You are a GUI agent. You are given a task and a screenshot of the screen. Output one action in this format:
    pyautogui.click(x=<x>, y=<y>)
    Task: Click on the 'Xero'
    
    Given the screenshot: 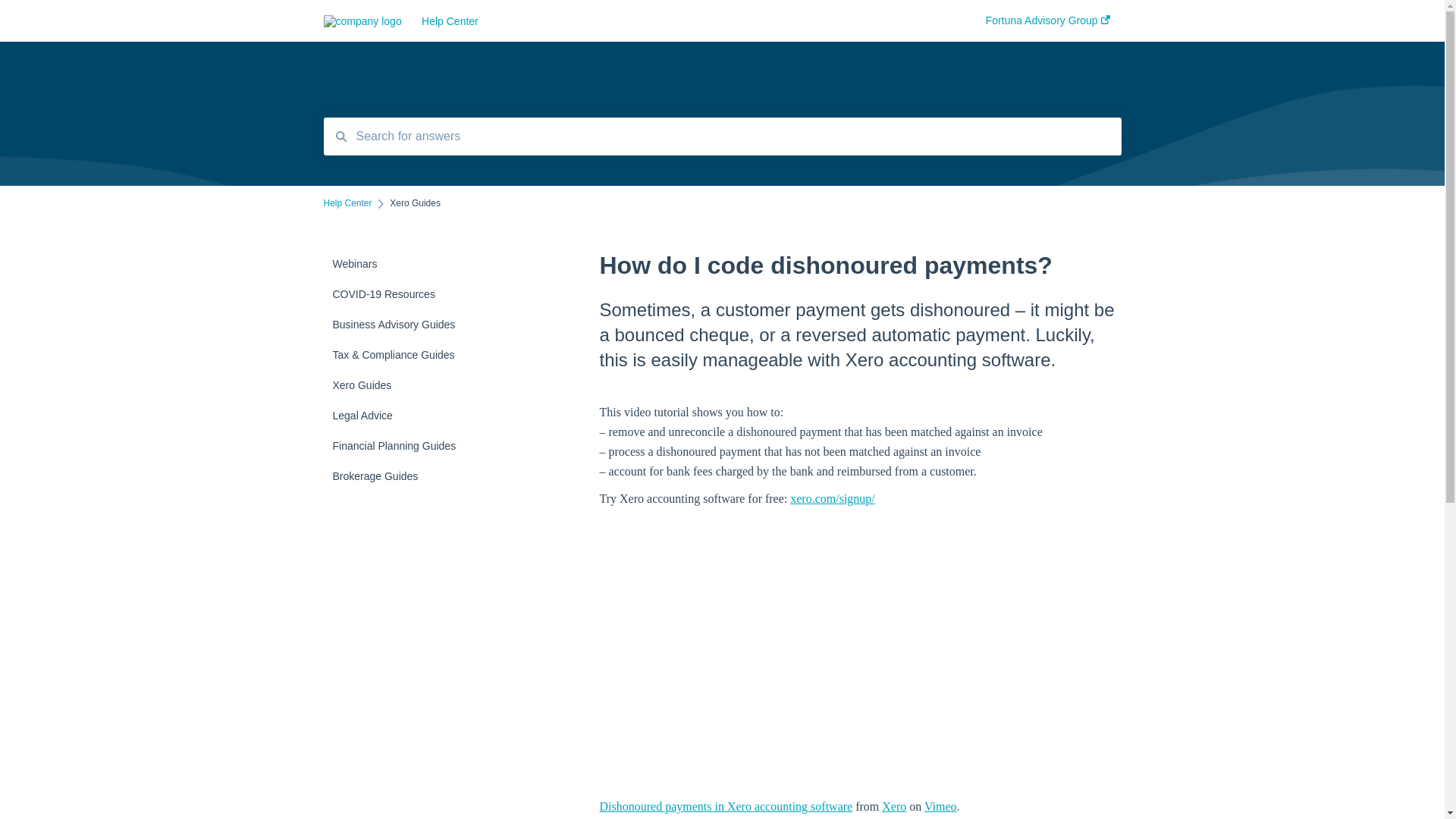 What is the action you would take?
    pyautogui.click(x=894, y=805)
    